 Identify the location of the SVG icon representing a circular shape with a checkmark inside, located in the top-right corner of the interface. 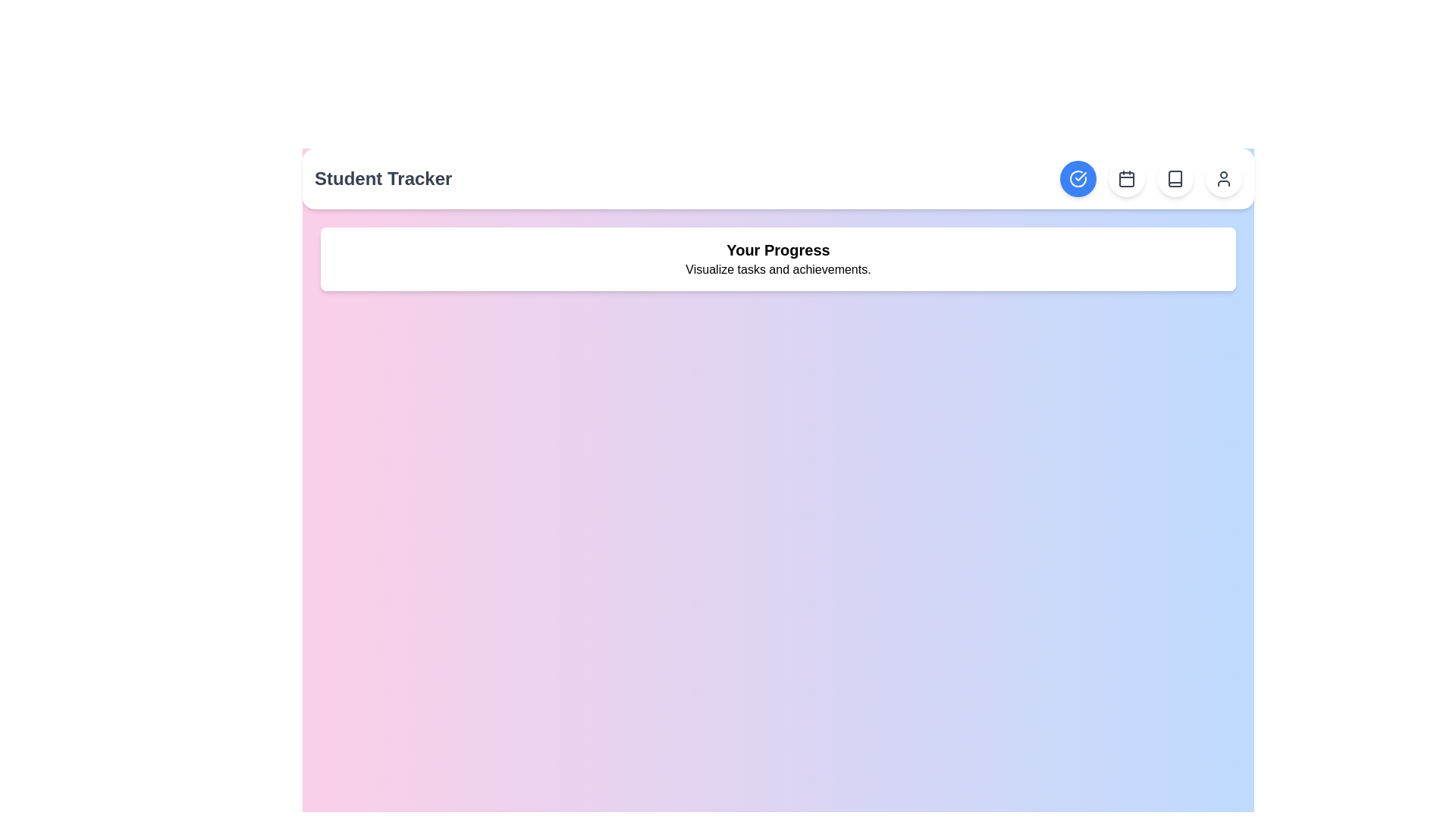
(1077, 177).